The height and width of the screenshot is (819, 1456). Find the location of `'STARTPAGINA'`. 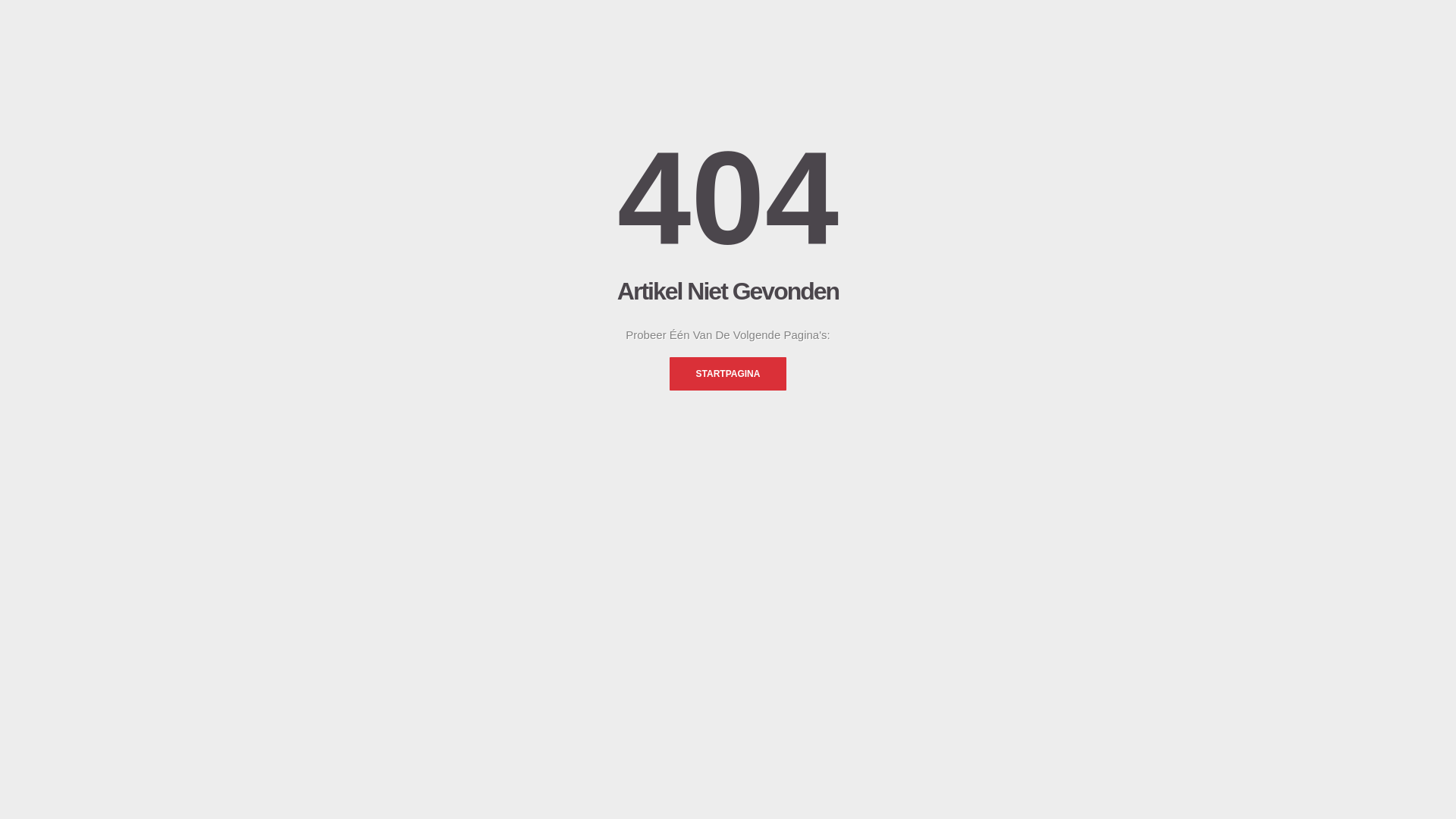

'STARTPAGINA' is located at coordinates (669, 374).